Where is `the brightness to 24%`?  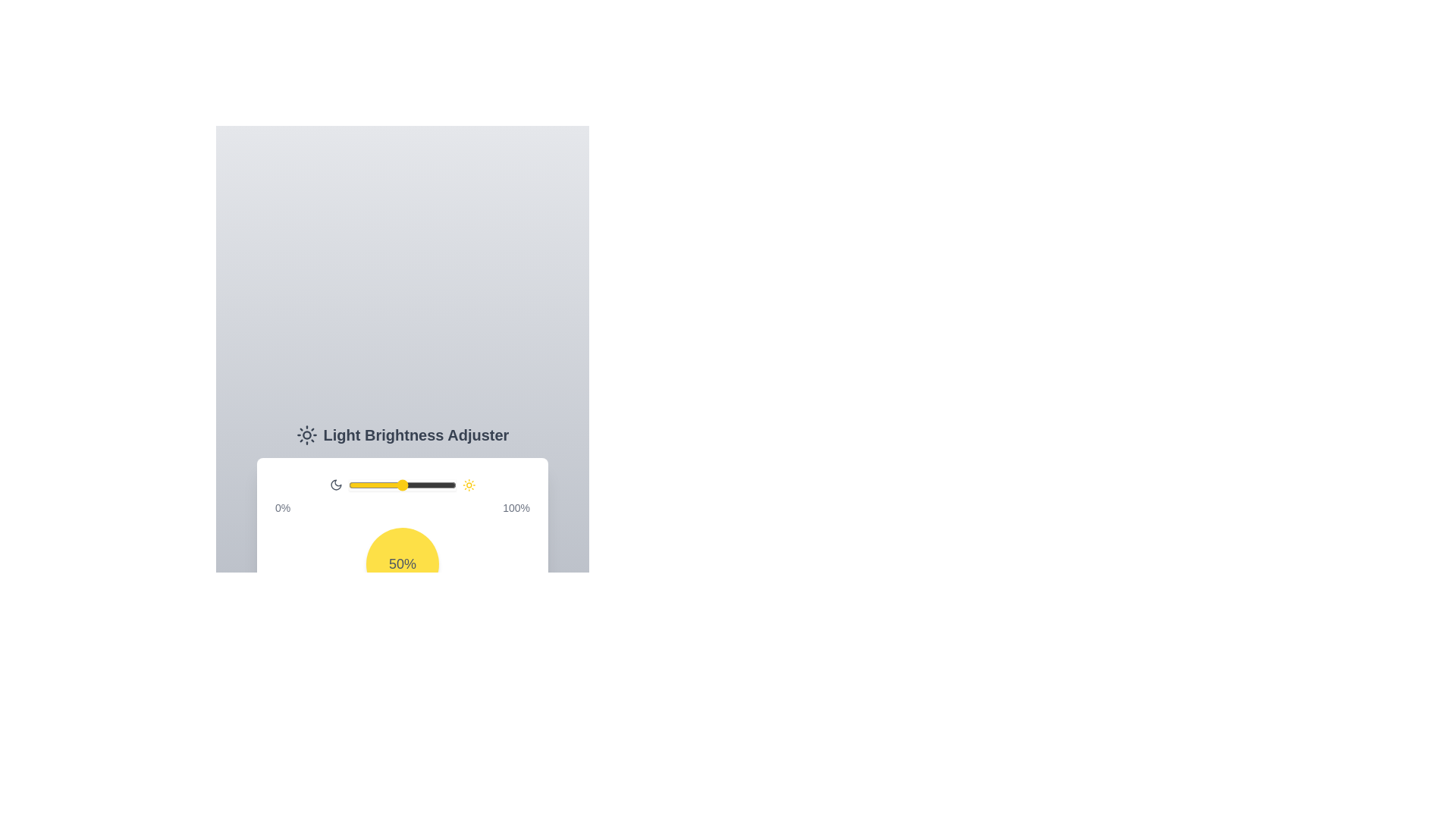
the brightness to 24% is located at coordinates (375, 485).